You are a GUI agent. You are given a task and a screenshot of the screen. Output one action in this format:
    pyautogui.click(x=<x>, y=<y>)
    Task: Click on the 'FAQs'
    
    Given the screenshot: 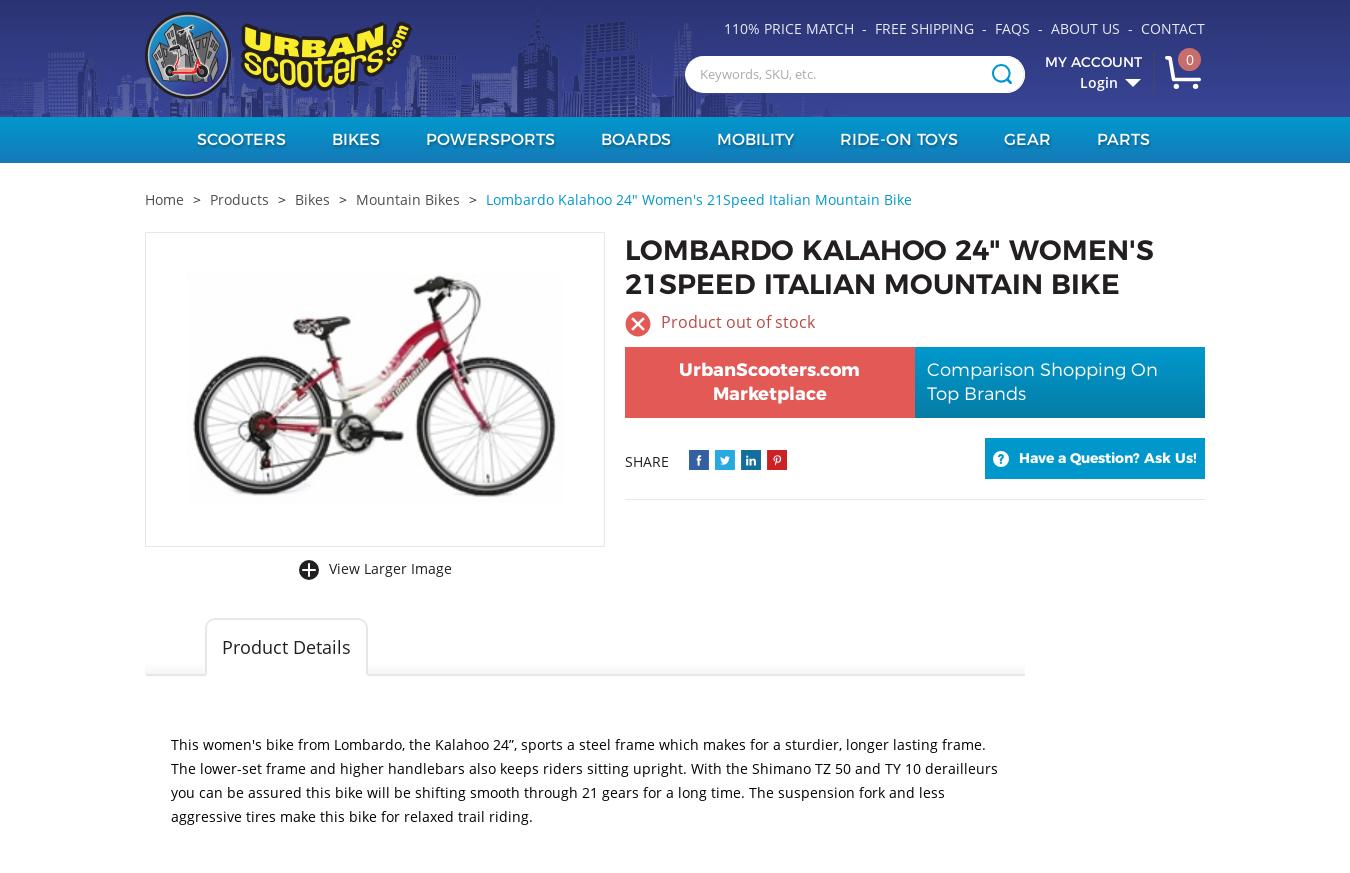 What is the action you would take?
    pyautogui.click(x=1011, y=27)
    